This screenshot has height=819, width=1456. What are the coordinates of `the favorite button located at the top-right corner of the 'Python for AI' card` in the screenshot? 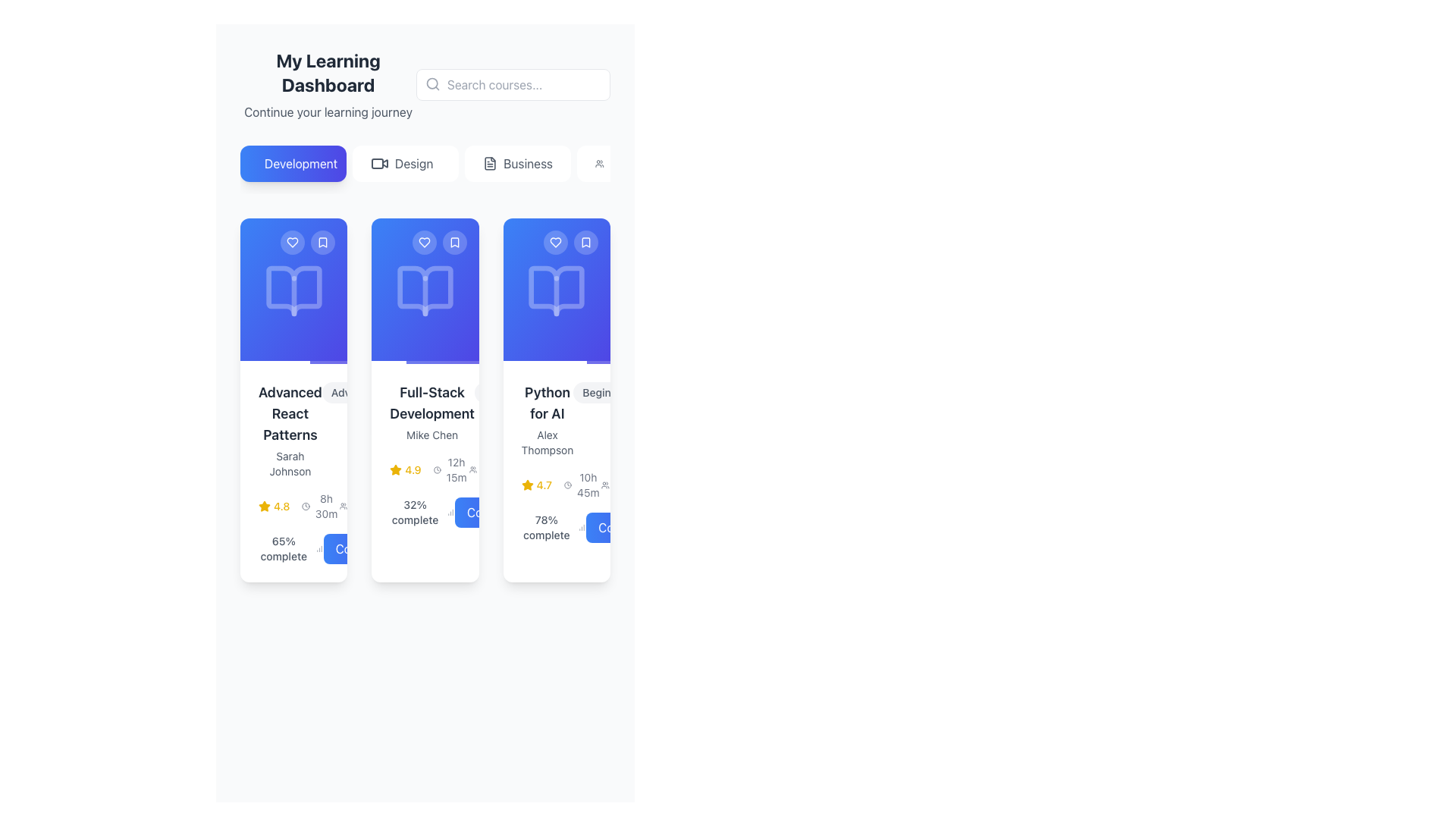 It's located at (555, 242).